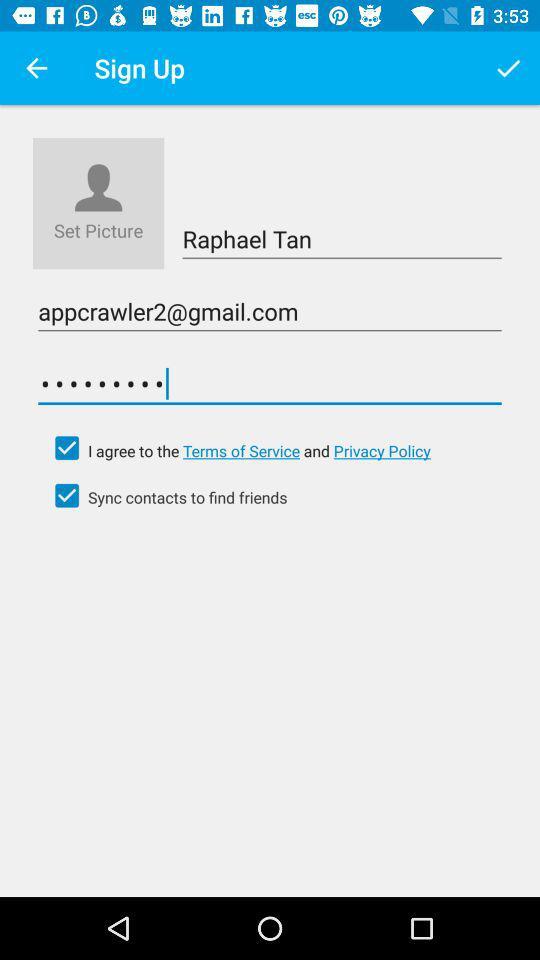 The height and width of the screenshot is (960, 540). Describe the element at coordinates (67, 448) in the screenshot. I see `check box` at that location.